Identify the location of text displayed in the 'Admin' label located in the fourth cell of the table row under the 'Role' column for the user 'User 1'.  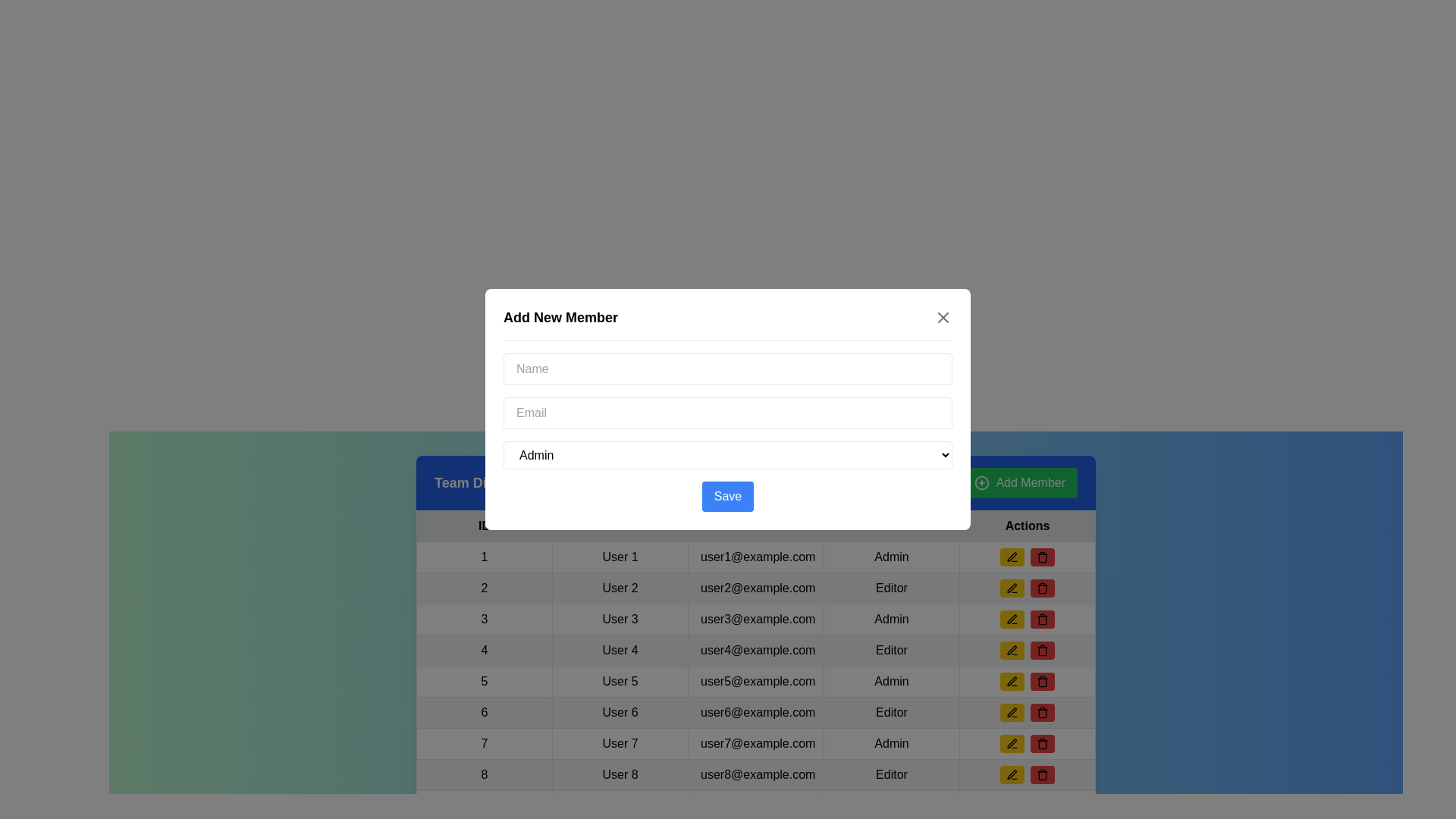
(892, 557).